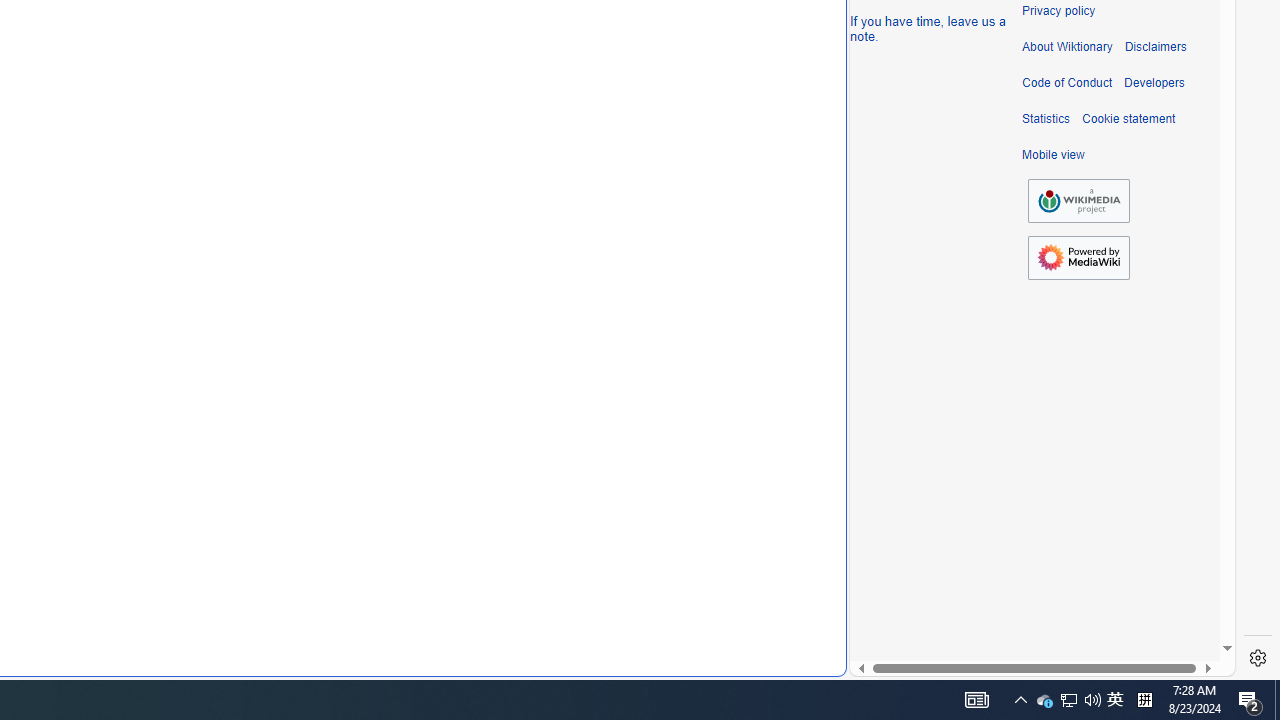  What do you see at coordinates (927, 28) in the screenshot?
I see `'If you have time, leave us a note.'` at bounding box center [927, 28].